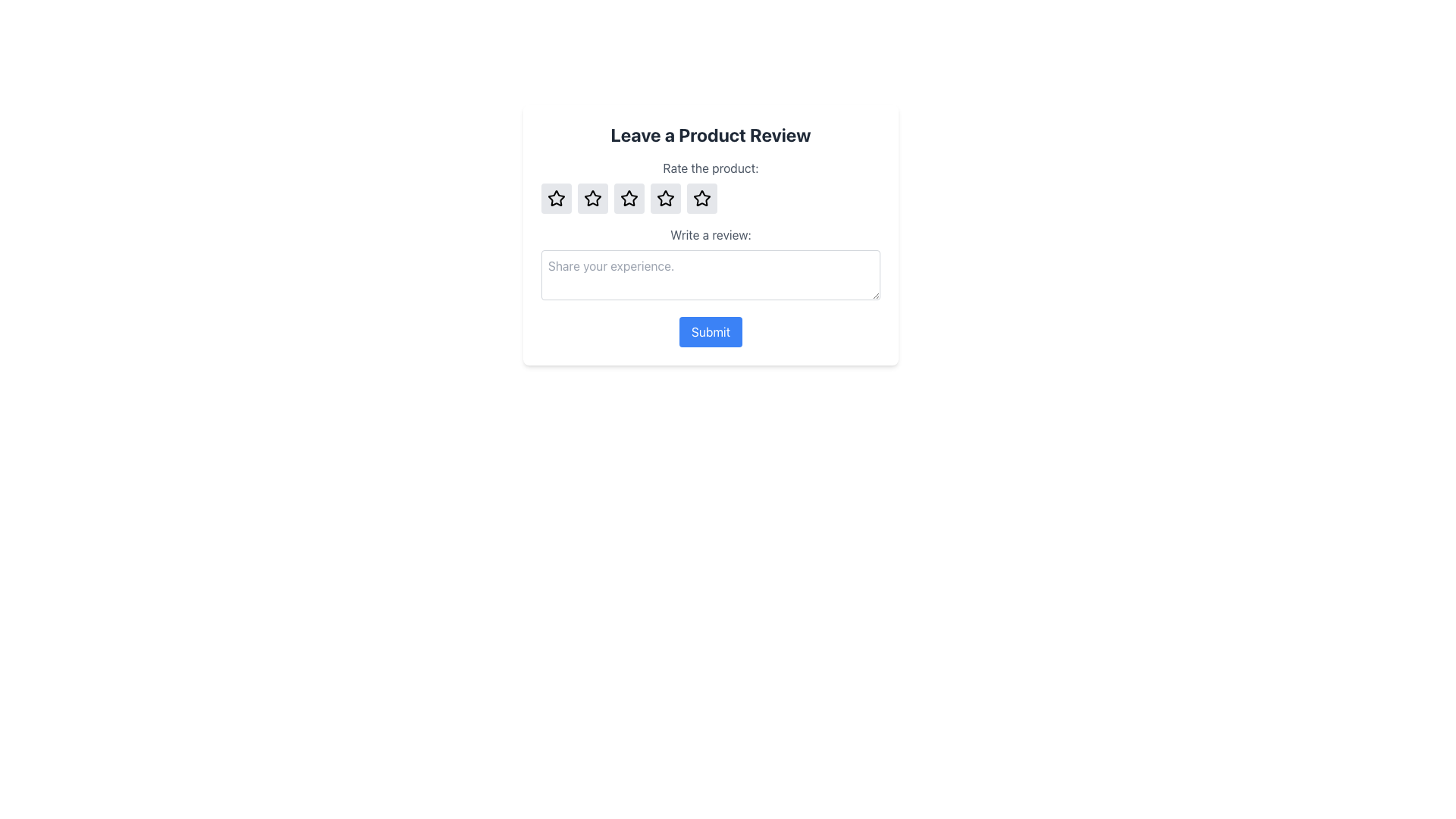 The image size is (1456, 819). What do you see at coordinates (629, 197) in the screenshot?
I see `the second star icon in the rating scale below the heading 'Rate the product'` at bounding box center [629, 197].